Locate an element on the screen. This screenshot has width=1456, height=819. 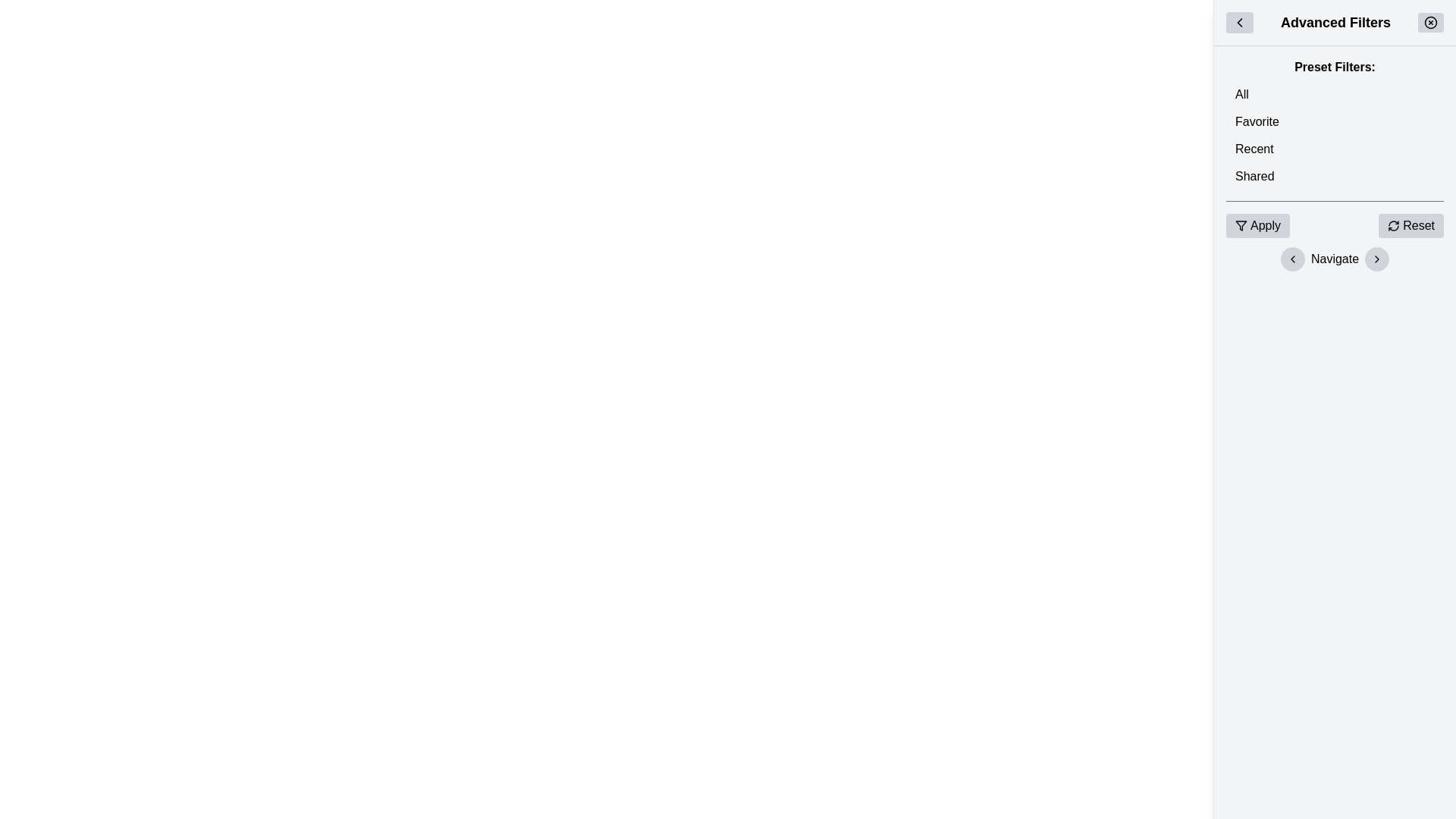
the header text 'Preset Filters:' which is styled in bold and located at the top of the vertical menu layout is located at coordinates (1335, 66).